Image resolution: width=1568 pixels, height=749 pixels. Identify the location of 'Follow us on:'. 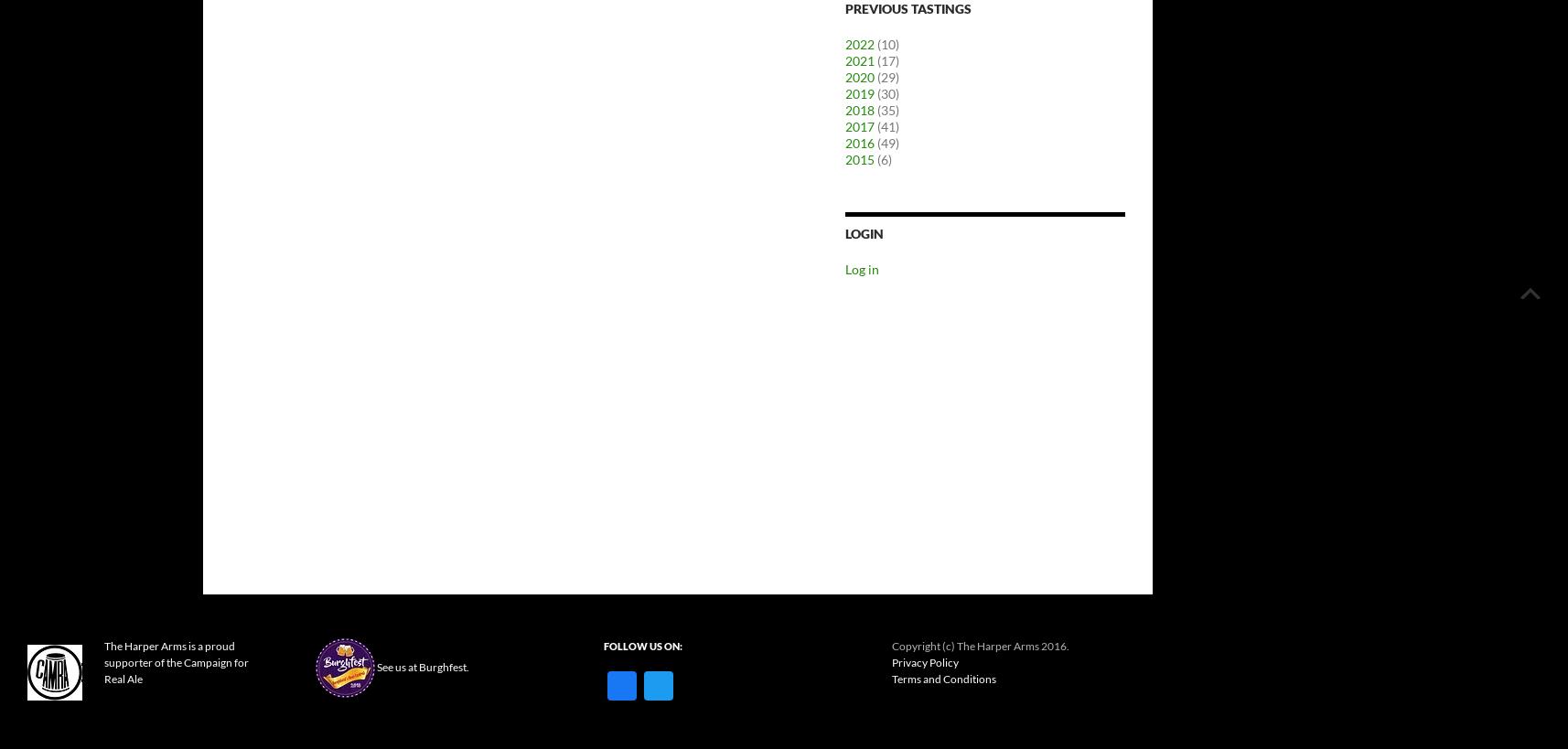
(642, 645).